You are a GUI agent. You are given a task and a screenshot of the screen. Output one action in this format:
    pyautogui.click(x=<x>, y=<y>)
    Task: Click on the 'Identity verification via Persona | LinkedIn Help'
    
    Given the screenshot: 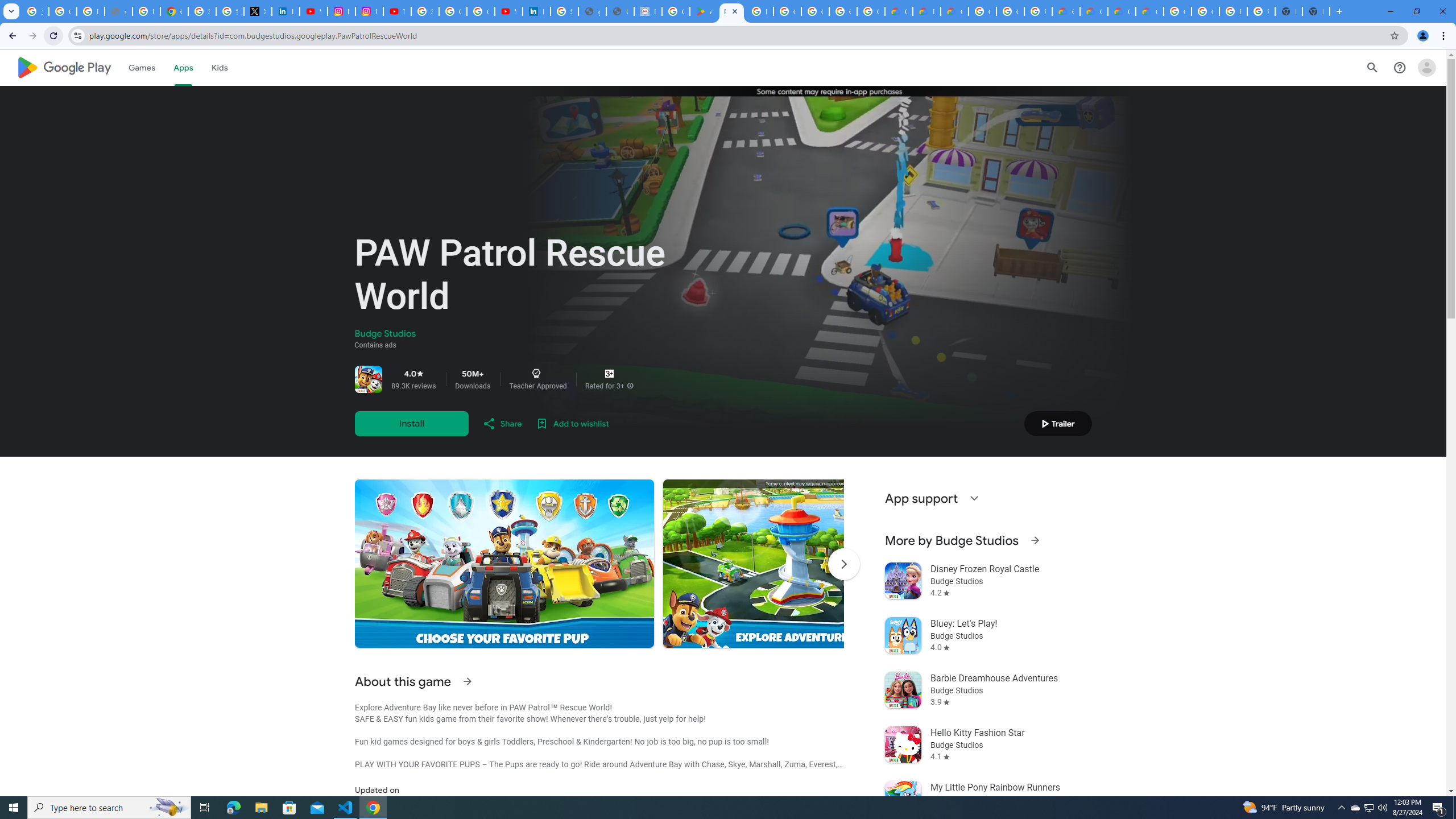 What is the action you would take?
    pyautogui.click(x=536, y=11)
    